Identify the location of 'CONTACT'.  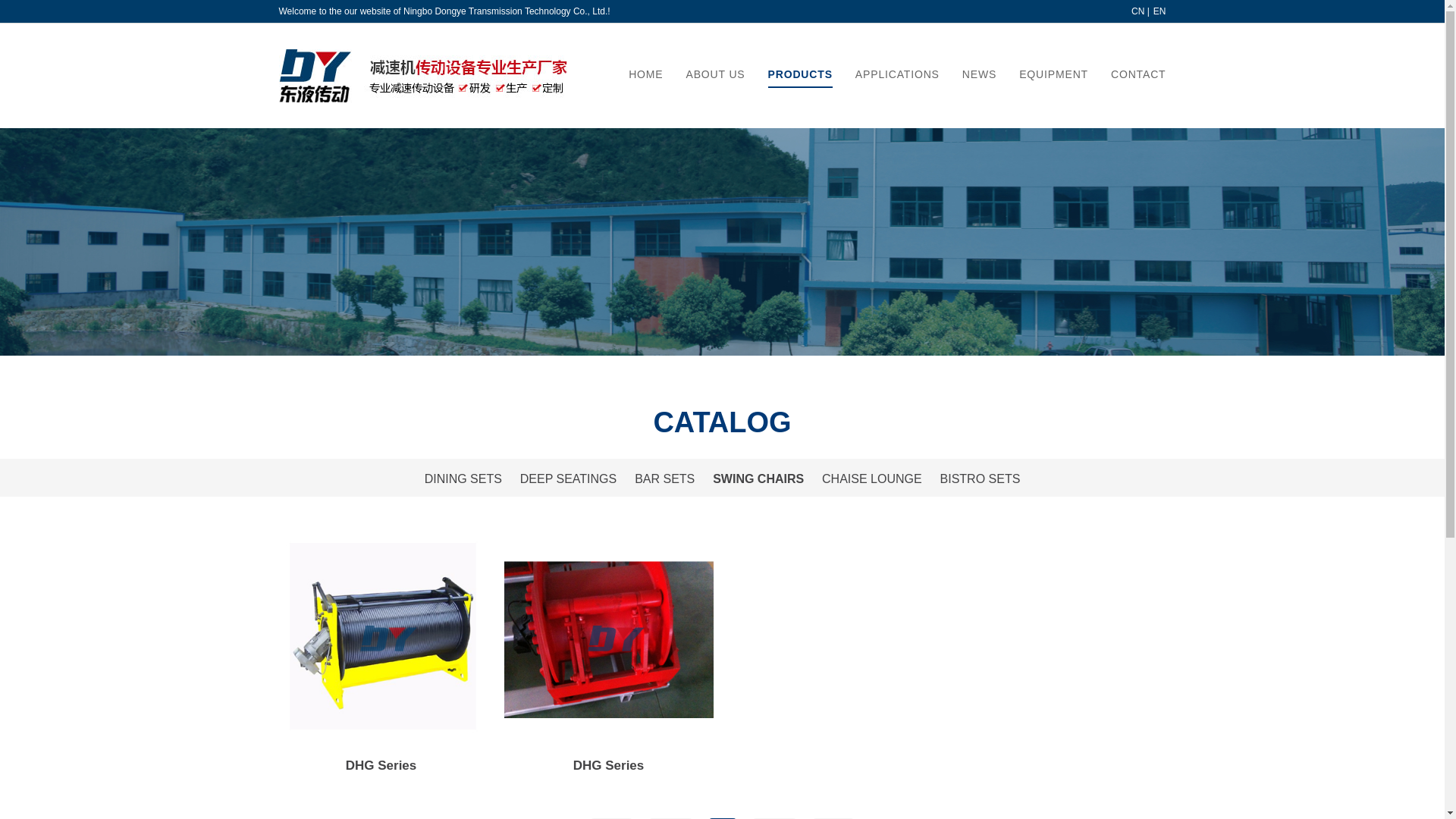
(1110, 74).